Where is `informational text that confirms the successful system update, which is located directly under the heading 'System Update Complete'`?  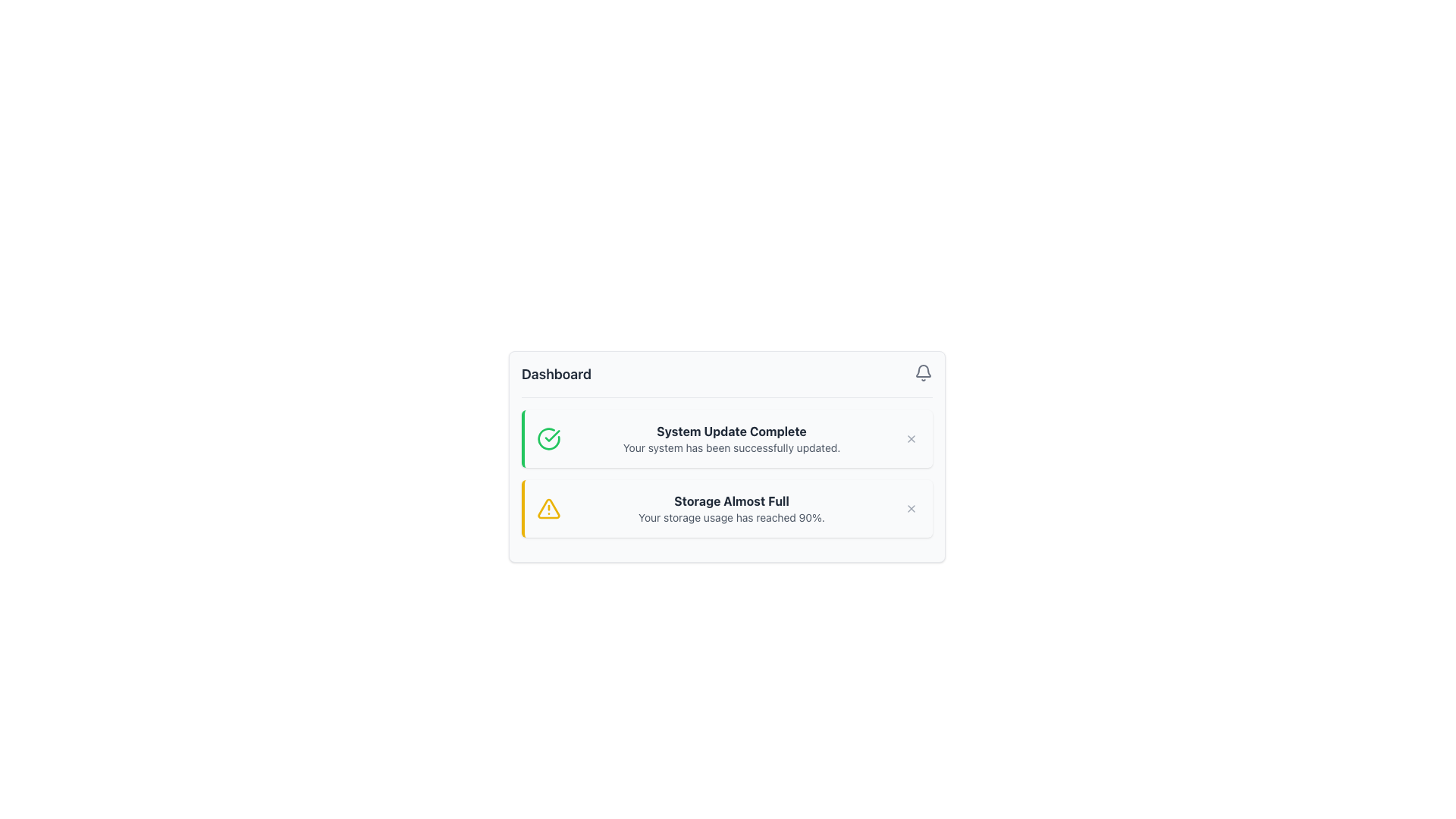
informational text that confirms the successful system update, which is located directly under the heading 'System Update Complete' is located at coordinates (731, 447).